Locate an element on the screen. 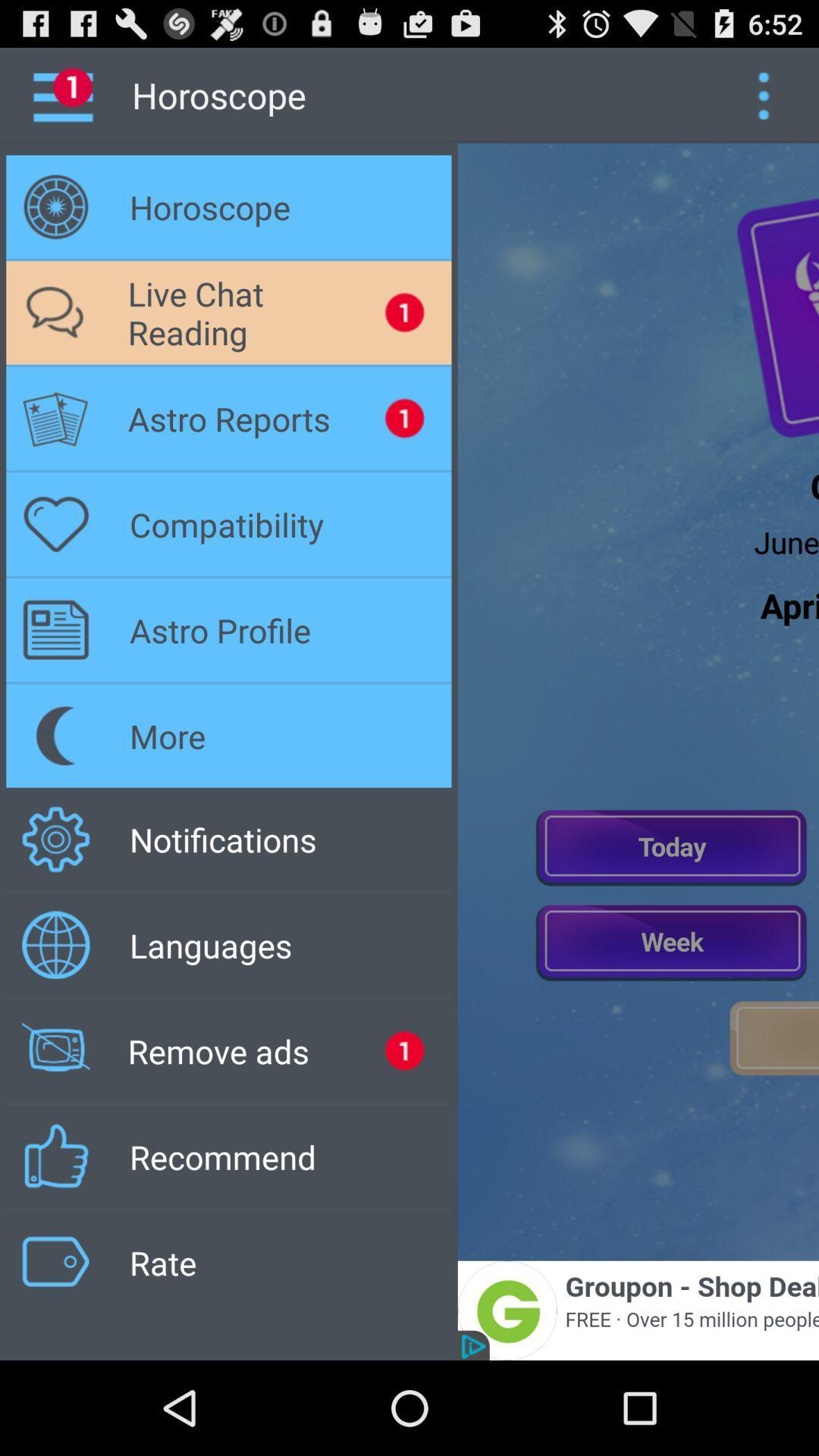 This screenshot has height=1456, width=819. see today 's horoscope is located at coordinates (671, 846).